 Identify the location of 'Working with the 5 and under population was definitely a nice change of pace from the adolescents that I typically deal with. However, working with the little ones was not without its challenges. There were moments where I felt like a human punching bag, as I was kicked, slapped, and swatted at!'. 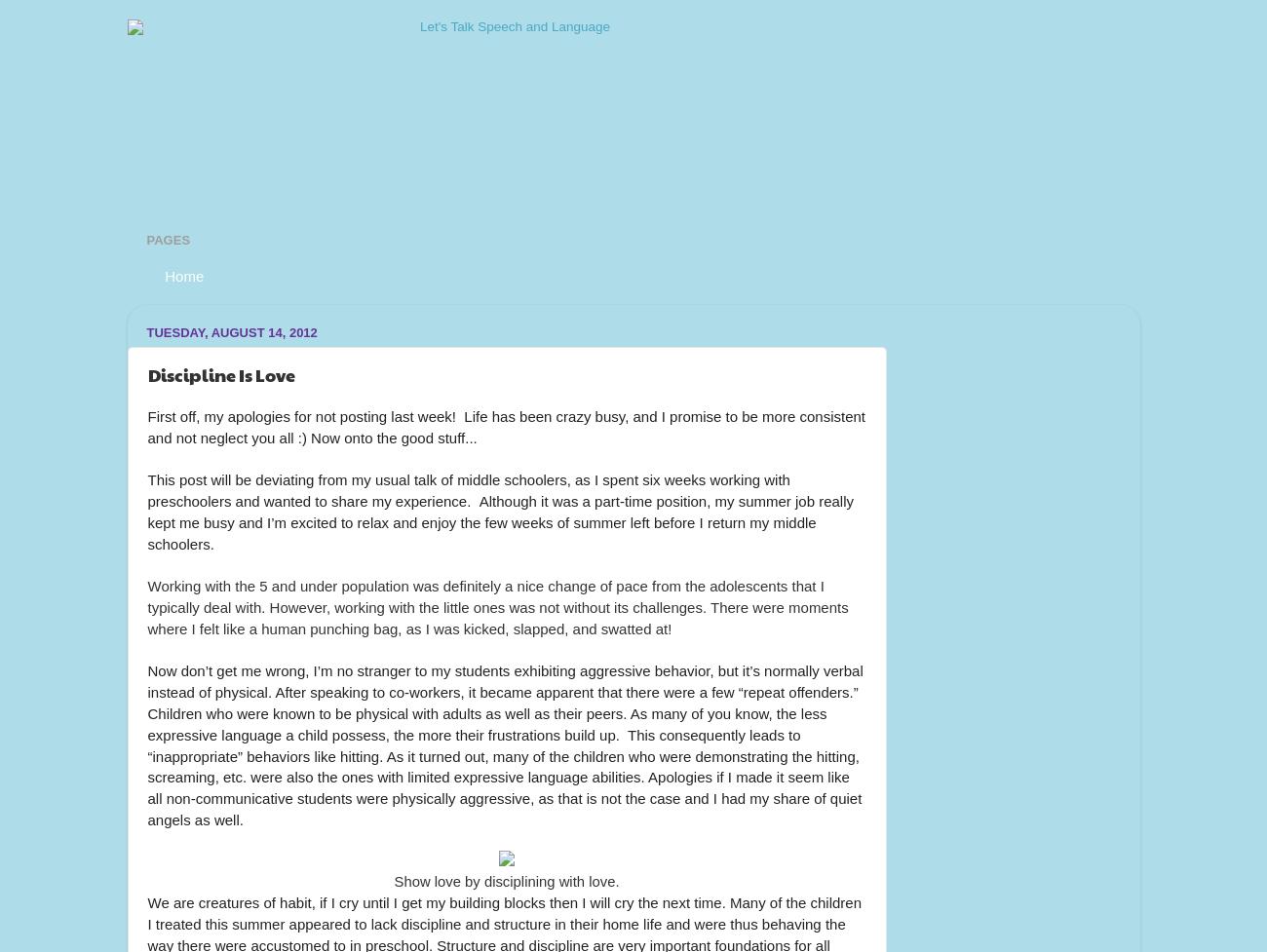
(146, 606).